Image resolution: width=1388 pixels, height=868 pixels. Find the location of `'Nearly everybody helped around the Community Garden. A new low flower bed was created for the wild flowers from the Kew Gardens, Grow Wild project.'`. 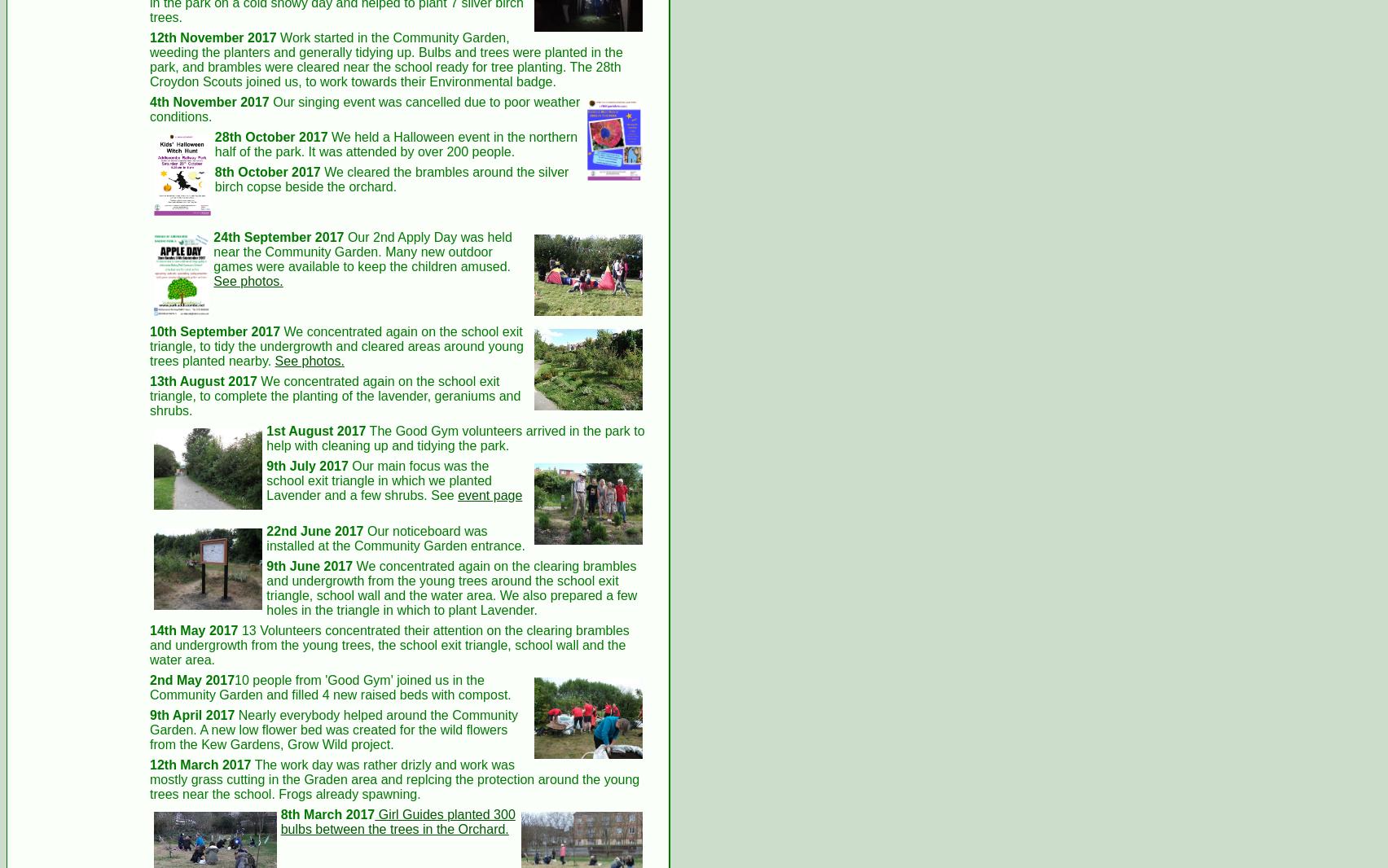

'Nearly everybody helped around the Community Garden. A new low flower bed was created for the wild flowers from the Kew Gardens, Grow Wild project.' is located at coordinates (332, 729).